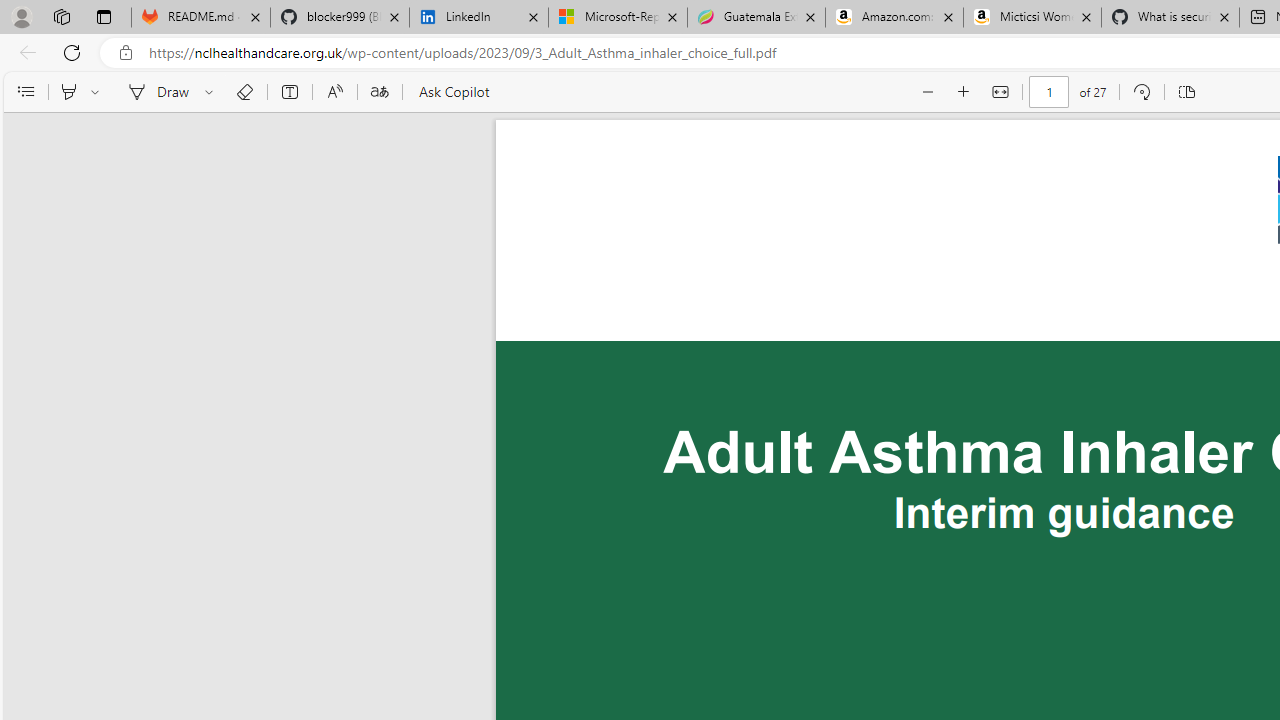 Image resolution: width=1280 pixels, height=720 pixels. What do you see at coordinates (379, 92) in the screenshot?
I see `'Translate'` at bounding box center [379, 92].